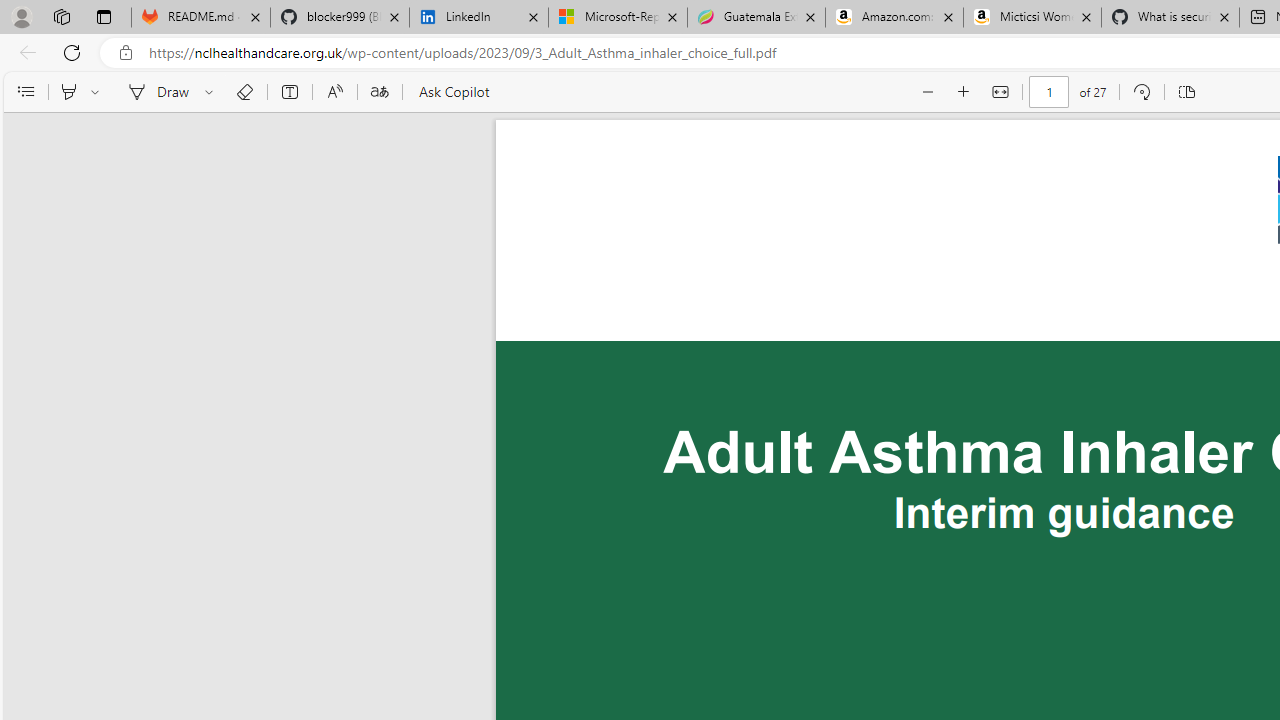 Image resolution: width=1280 pixels, height=720 pixels. What do you see at coordinates (379, 92) in the screenshot?
I see `'Translate'` at bounding box center [379, 92].